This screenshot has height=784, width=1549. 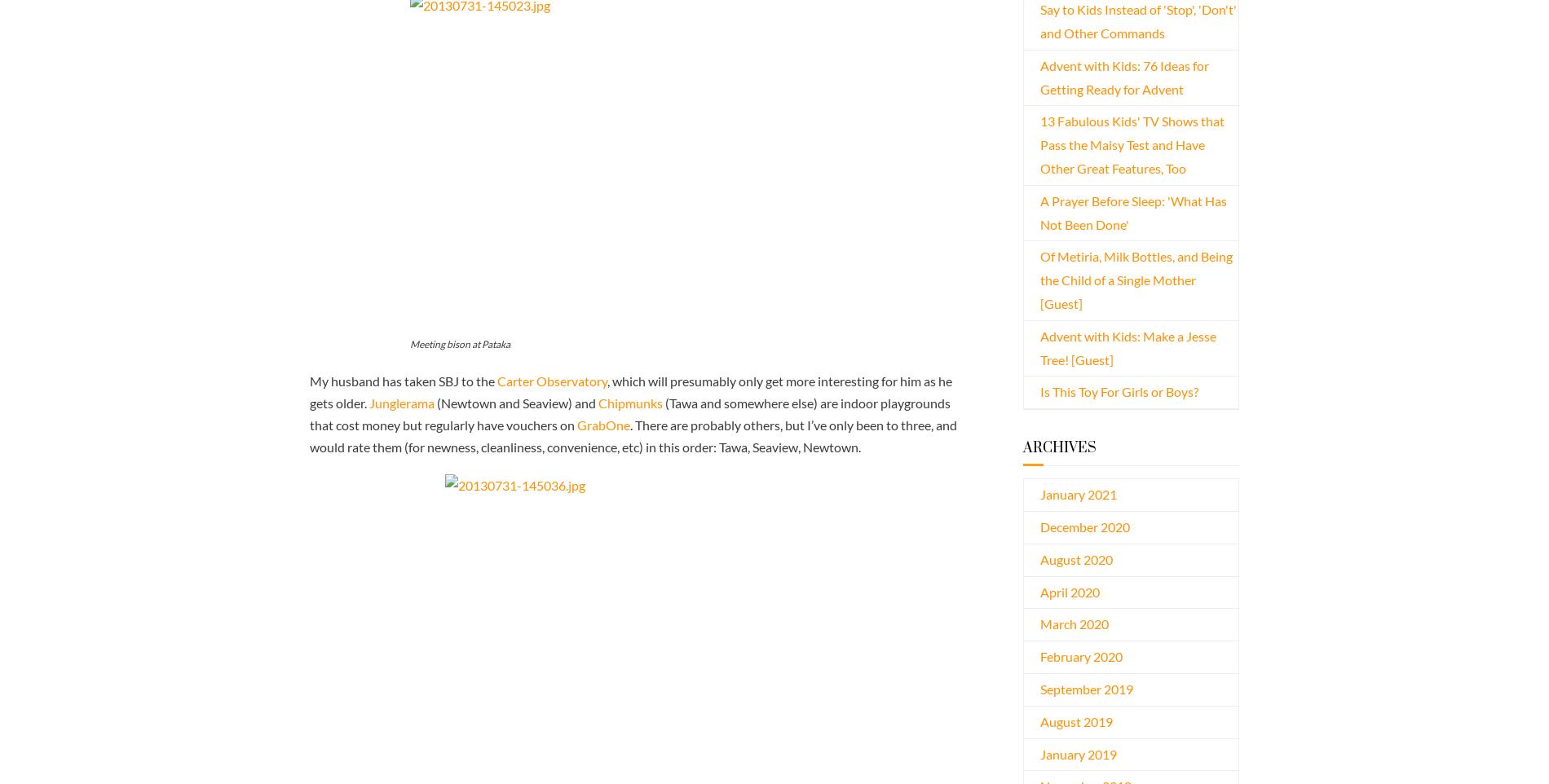 What do you see at coordinates (1080, 655) in the screenshot?
I see `'February 2020'` at bounding box center [1080, 655].